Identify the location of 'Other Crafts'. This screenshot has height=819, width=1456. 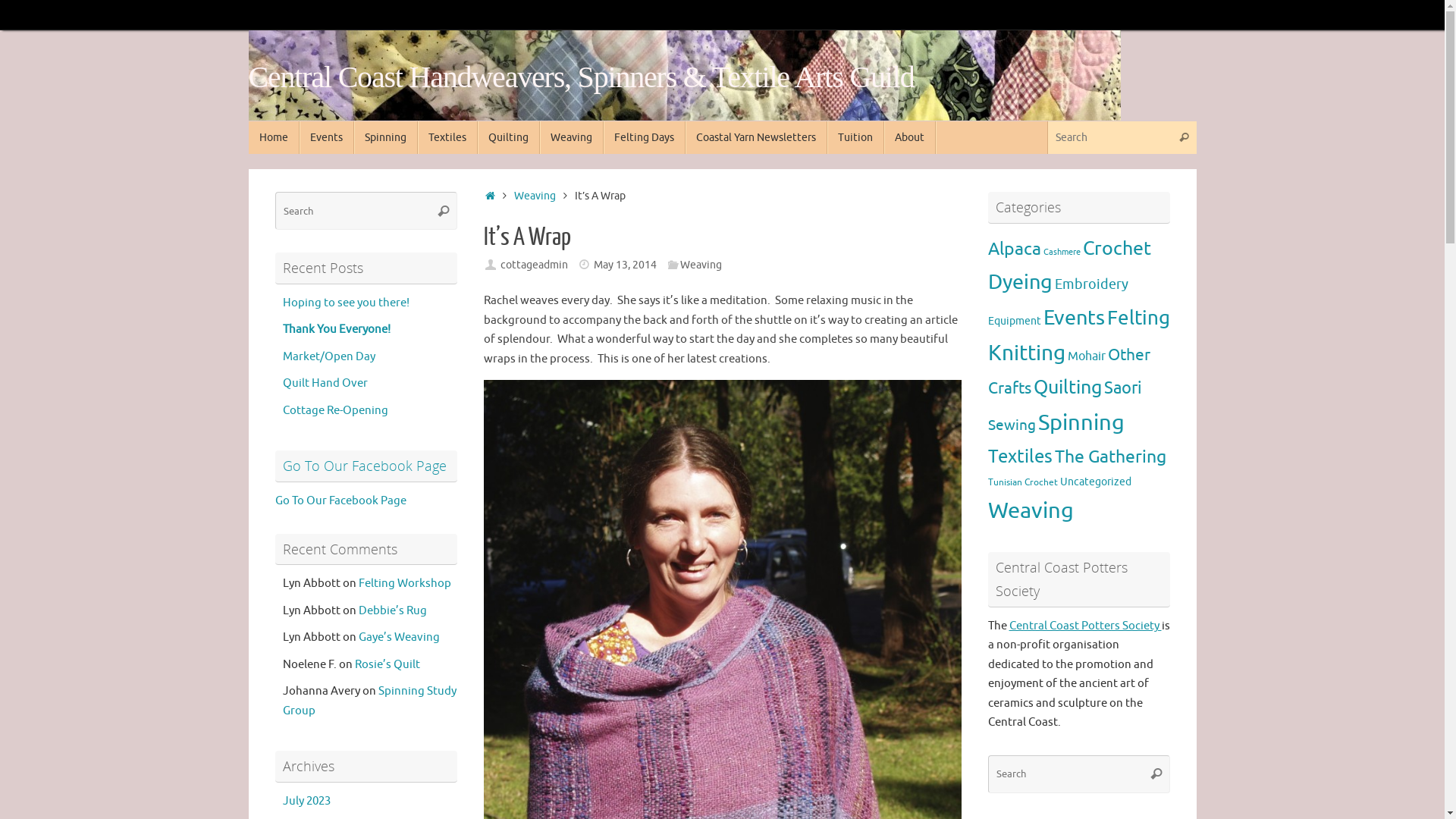
(1068, 371).